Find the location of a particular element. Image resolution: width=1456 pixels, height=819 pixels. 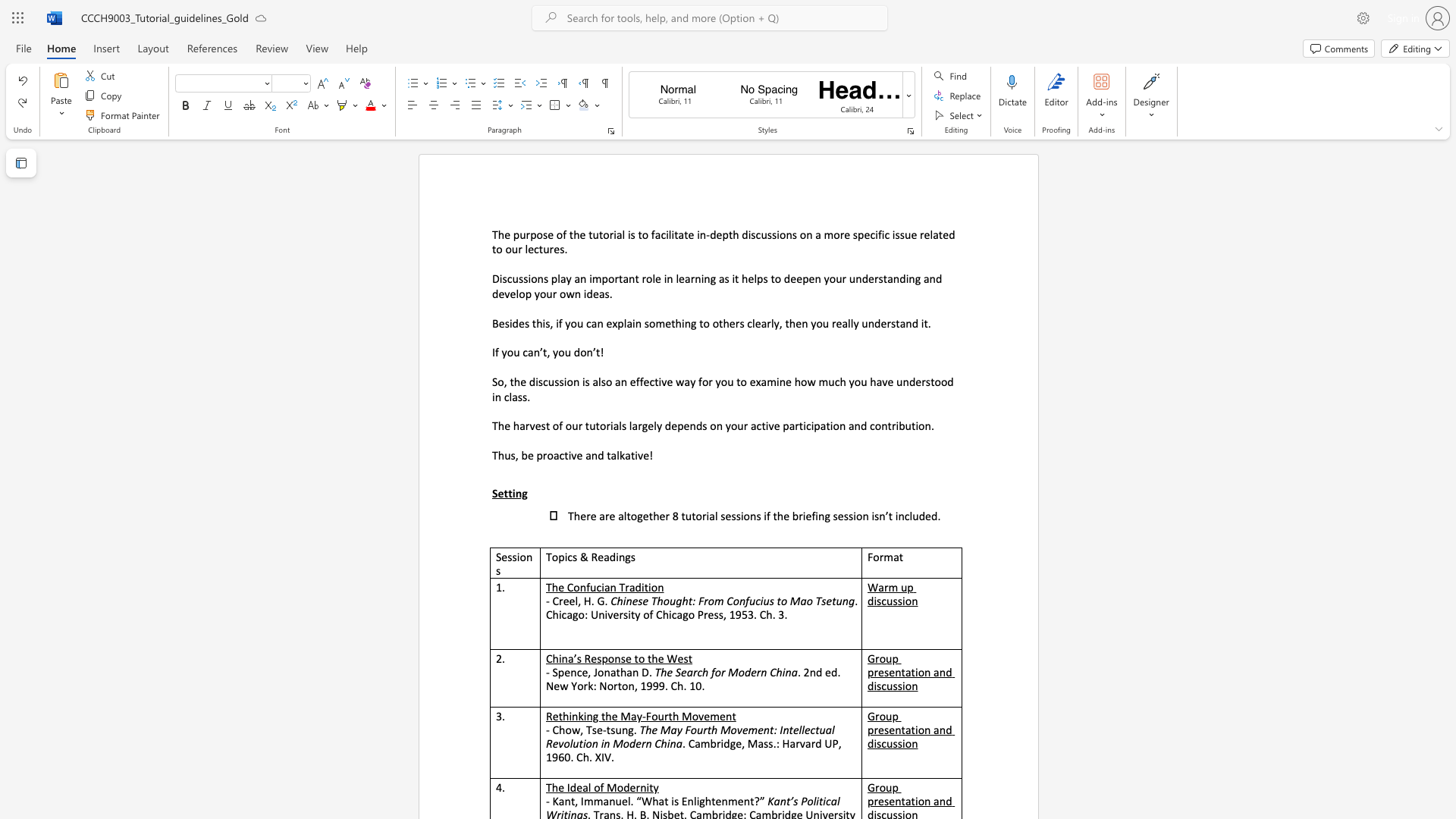

the space between the continuous character "o" and "n" in the text is located at coordinates (739, 600).